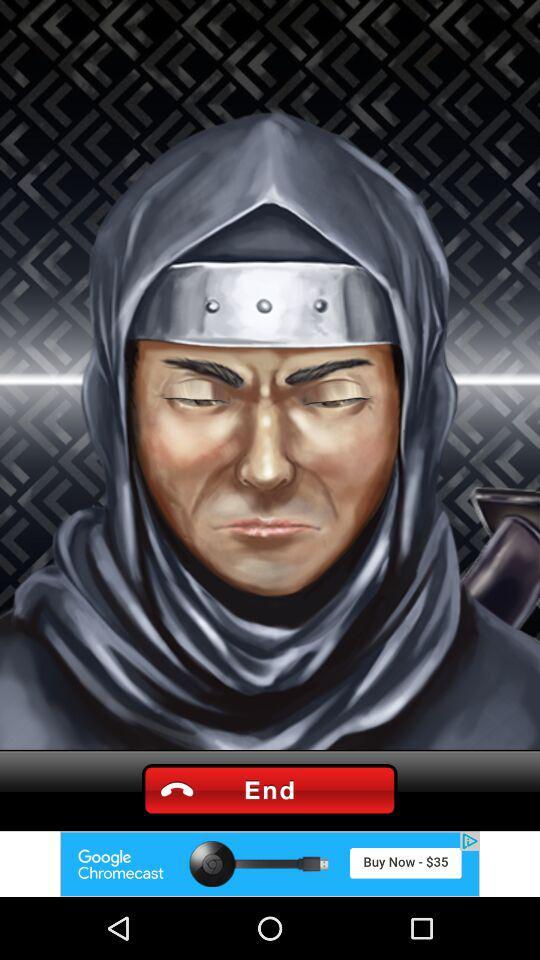 This screenshot has height=960, width=540. Describe the element at coordinates (269, 790) in the screenshot. I see `call end` at that location.